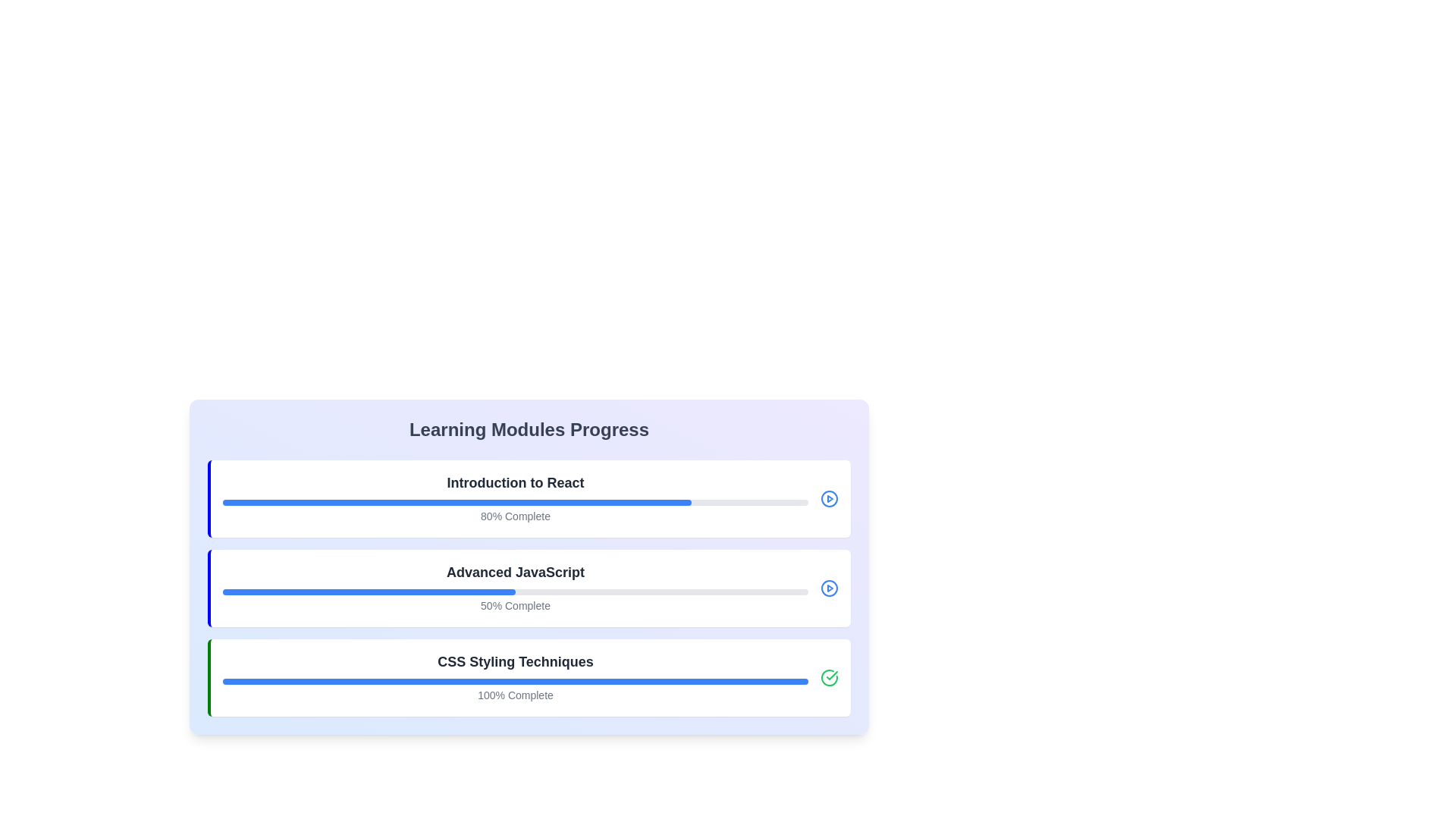 Image resolution: width=1456 pixels, height=819 pixels. I want to click on the progress bar labeled 'Advanced JavaScript' with '50% Complete' displayed underneath, located in the second module card, so click(516, 587).